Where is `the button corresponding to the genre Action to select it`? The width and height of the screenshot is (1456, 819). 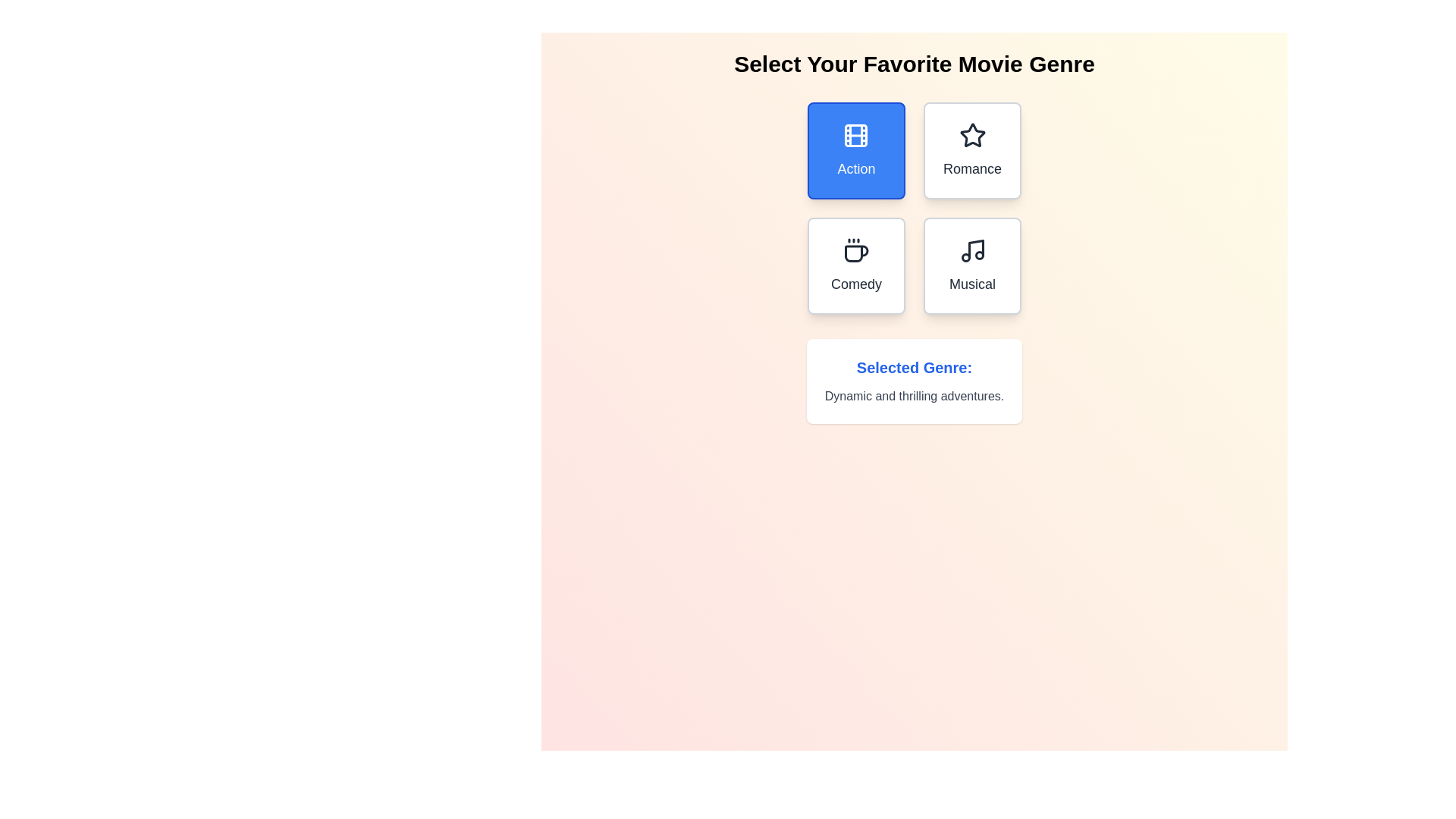
the button corresponding to the genre Action to select it is located at coordinates (856, 151).